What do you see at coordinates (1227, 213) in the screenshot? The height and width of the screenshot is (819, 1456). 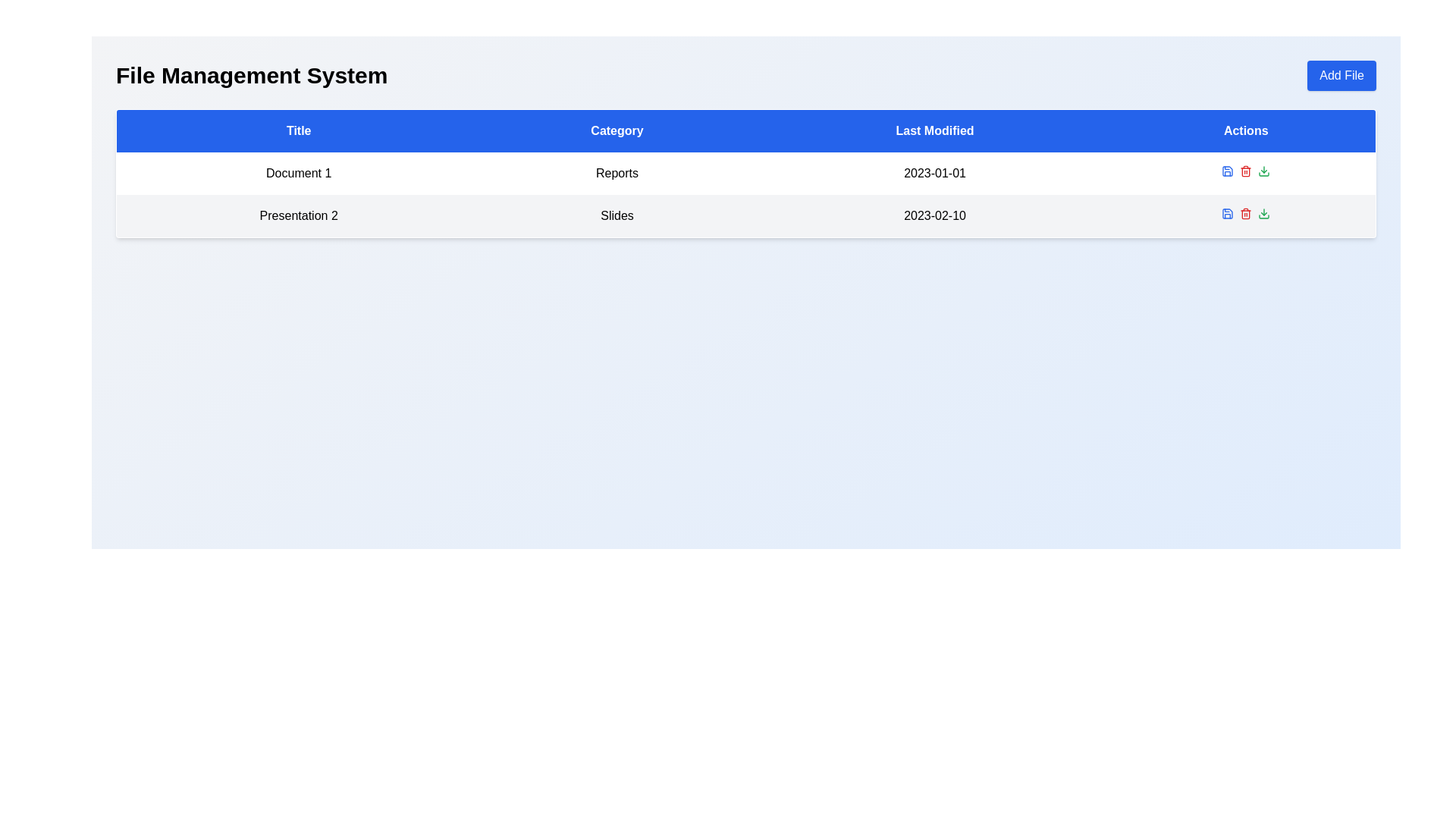 I see `the blue floppy disk icon in the 'Actions' column for the 'Presentation 2' file` at bounding box center [1227, 213].